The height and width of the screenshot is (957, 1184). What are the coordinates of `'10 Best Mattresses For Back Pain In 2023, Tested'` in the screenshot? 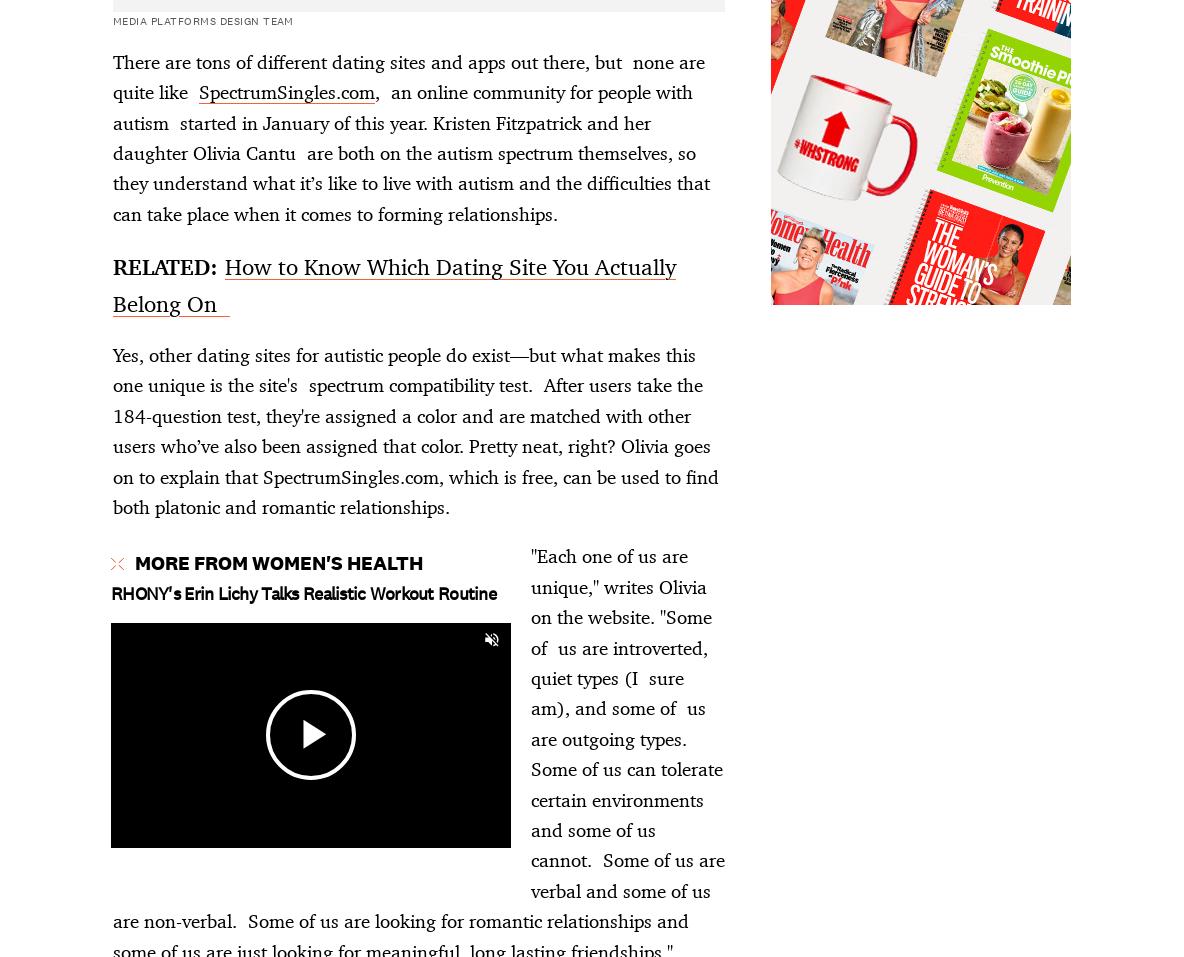 It's located at (321, 331).